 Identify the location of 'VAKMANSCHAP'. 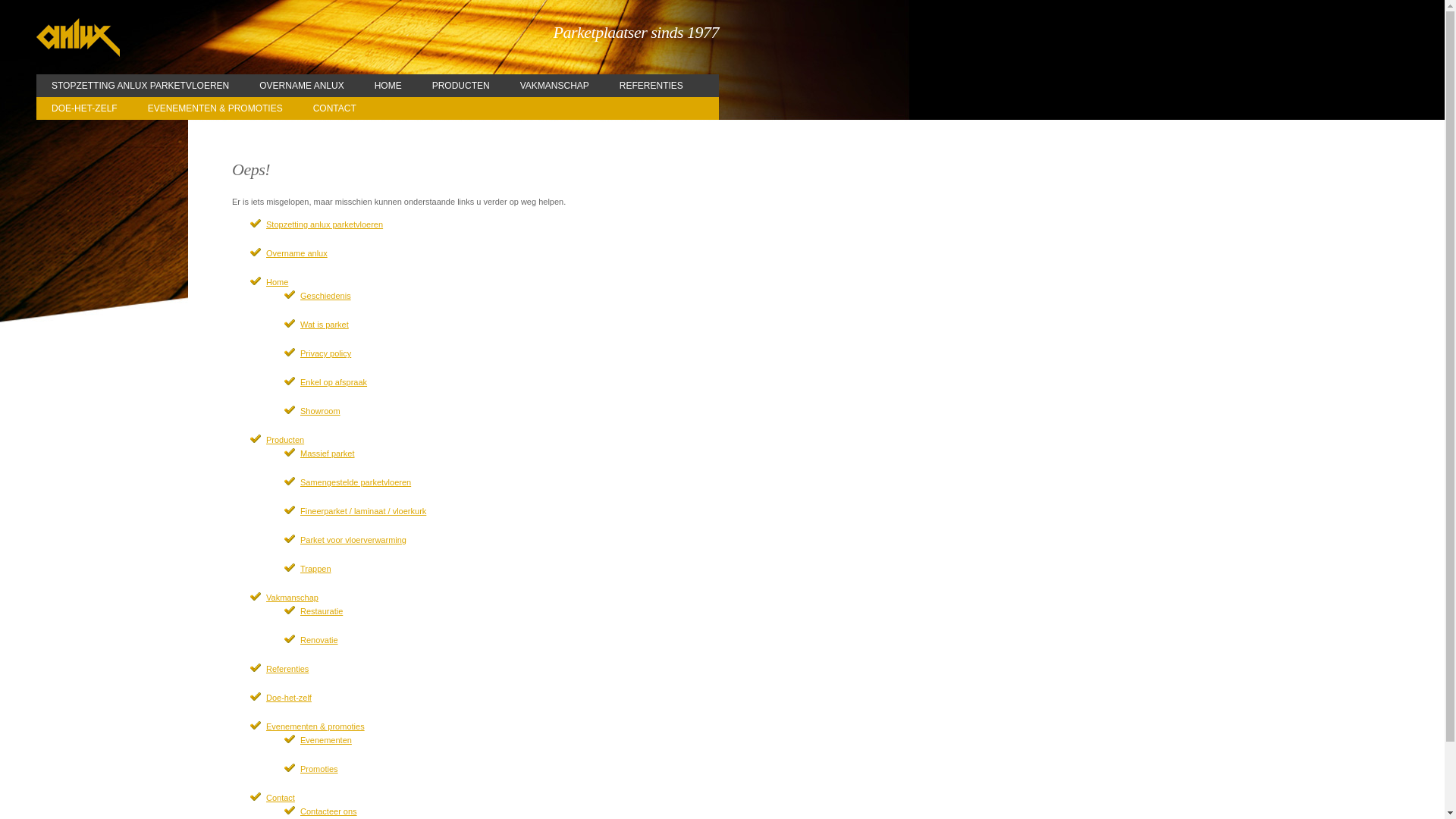
(554, 85).